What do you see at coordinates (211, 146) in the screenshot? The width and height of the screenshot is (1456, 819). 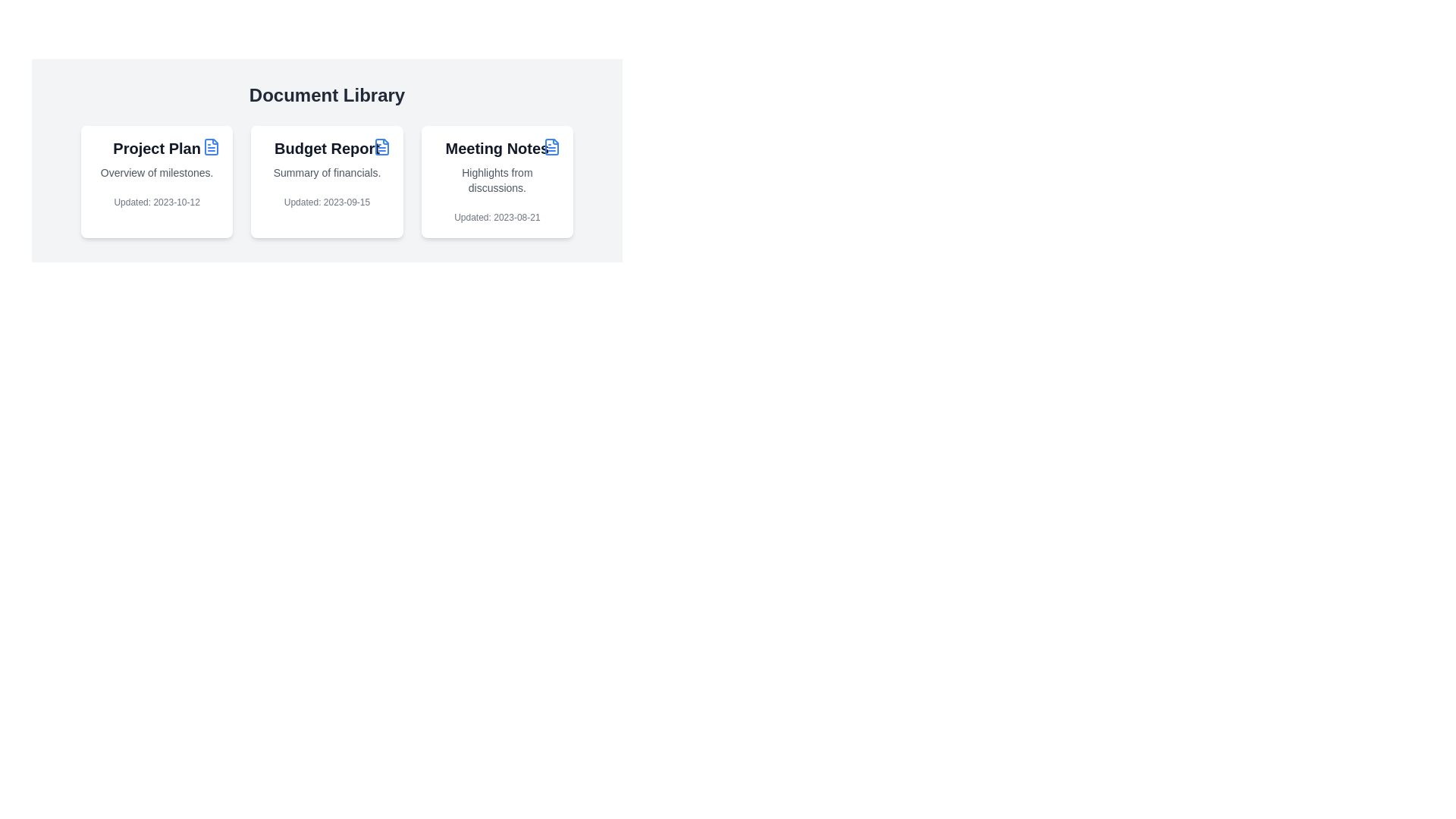 I see `the icon that visually denotes the type of content or category associated with the 'Project Plan', located in the top-right corner of the 'Project Plan' card` at bounding box center [211, 146].